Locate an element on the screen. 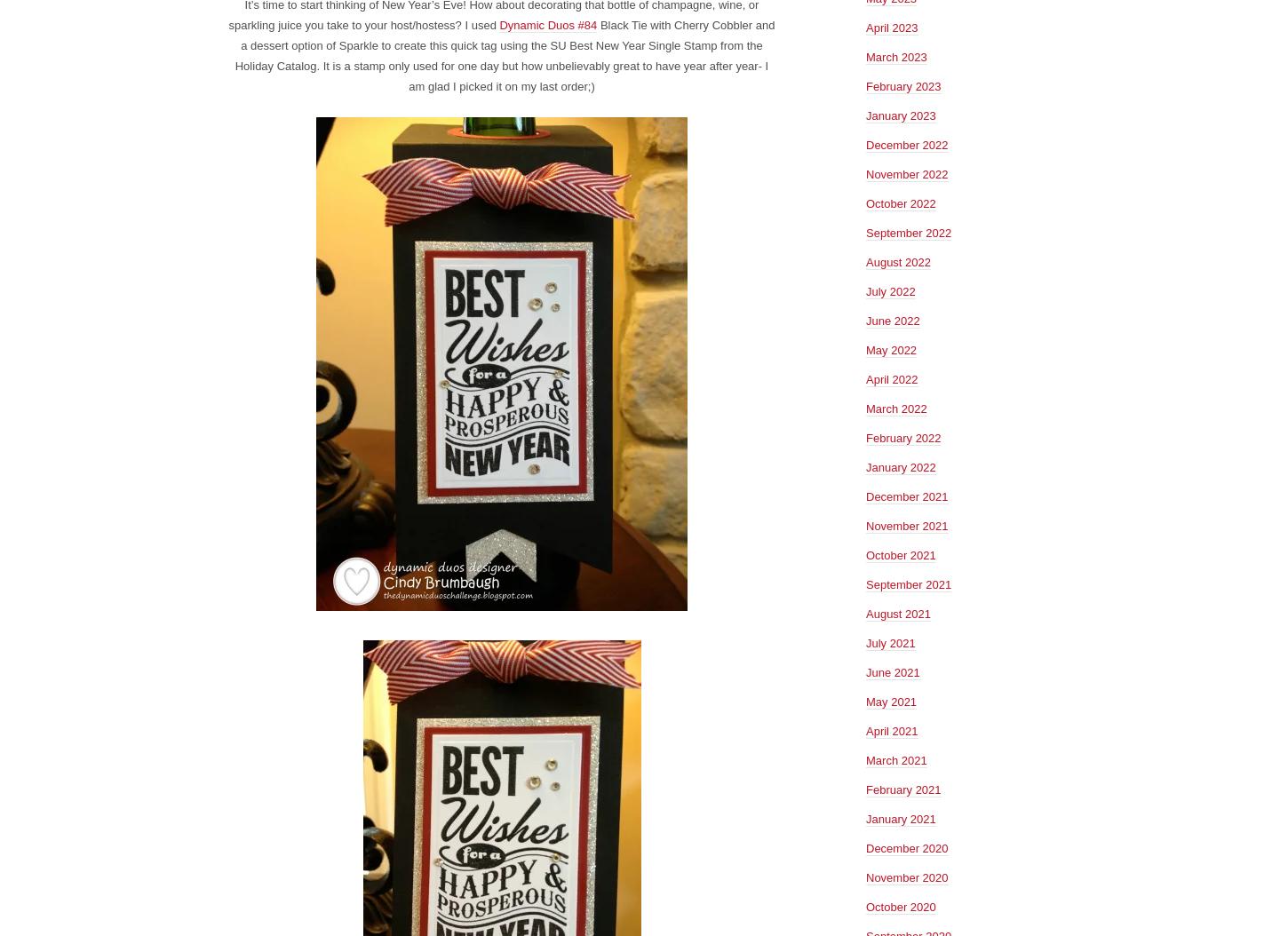 The width and height of the screenshot is (1288, 936). 'October 2021' is located at coordinates (900, 553).